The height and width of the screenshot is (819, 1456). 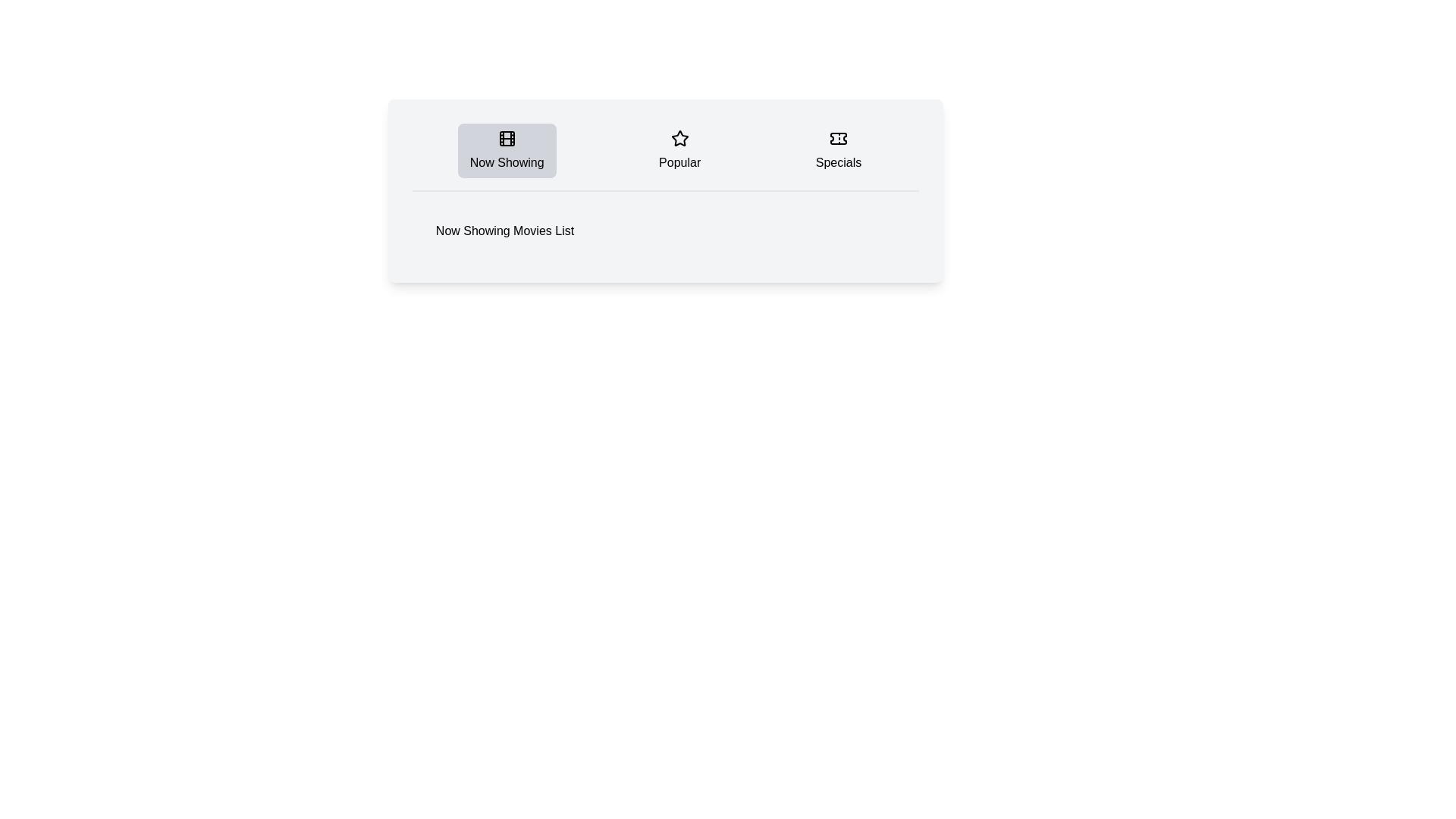 What do you see at coordinates (837, 151) in the screenshot?
I see `the Specials tab by clicking on its button` at bounding box center [837, 151].